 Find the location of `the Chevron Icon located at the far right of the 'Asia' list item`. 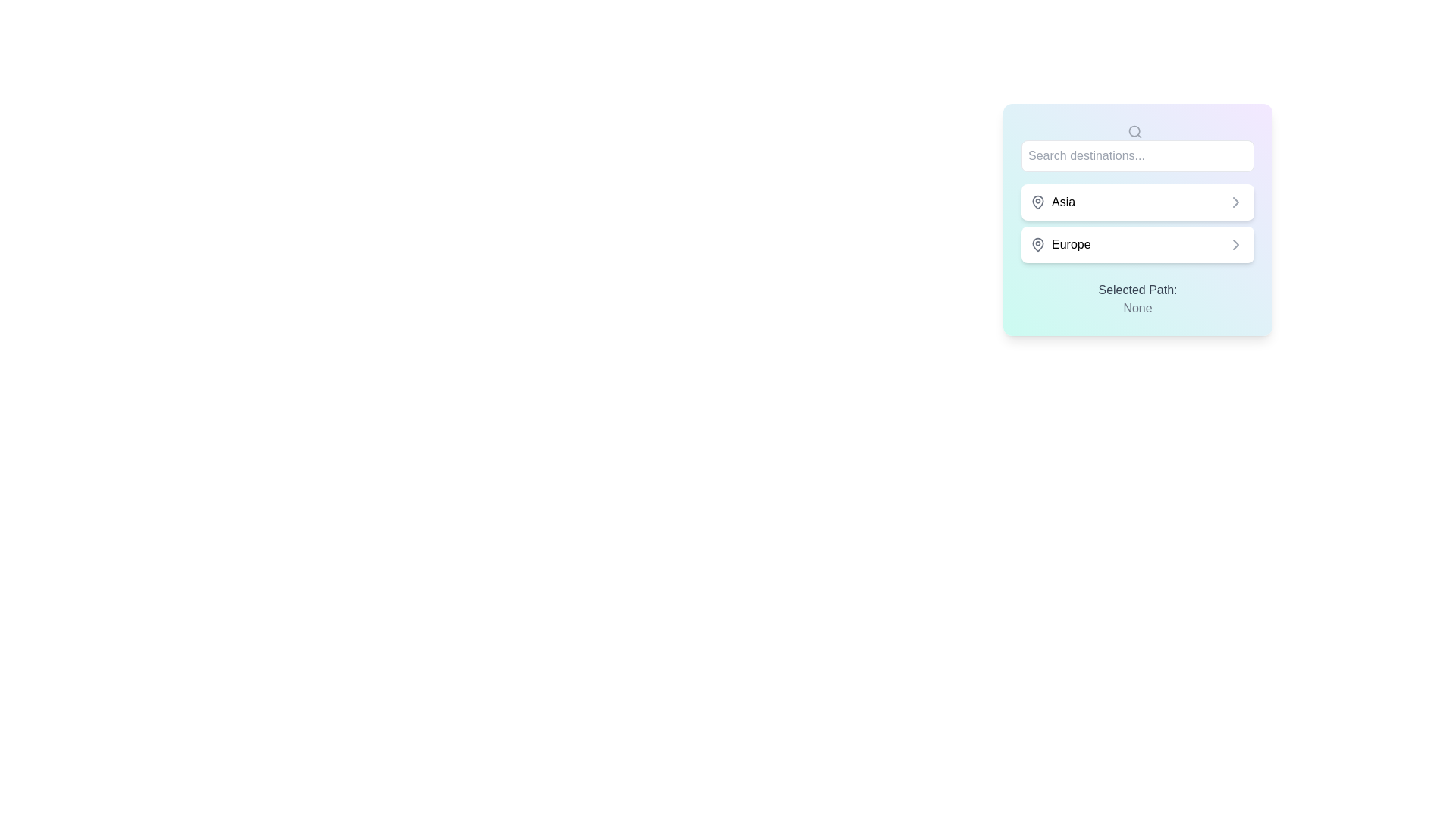

the Chevron Icon located at the far right of the 'Asia' list item is located at coordinates (1236, 201).